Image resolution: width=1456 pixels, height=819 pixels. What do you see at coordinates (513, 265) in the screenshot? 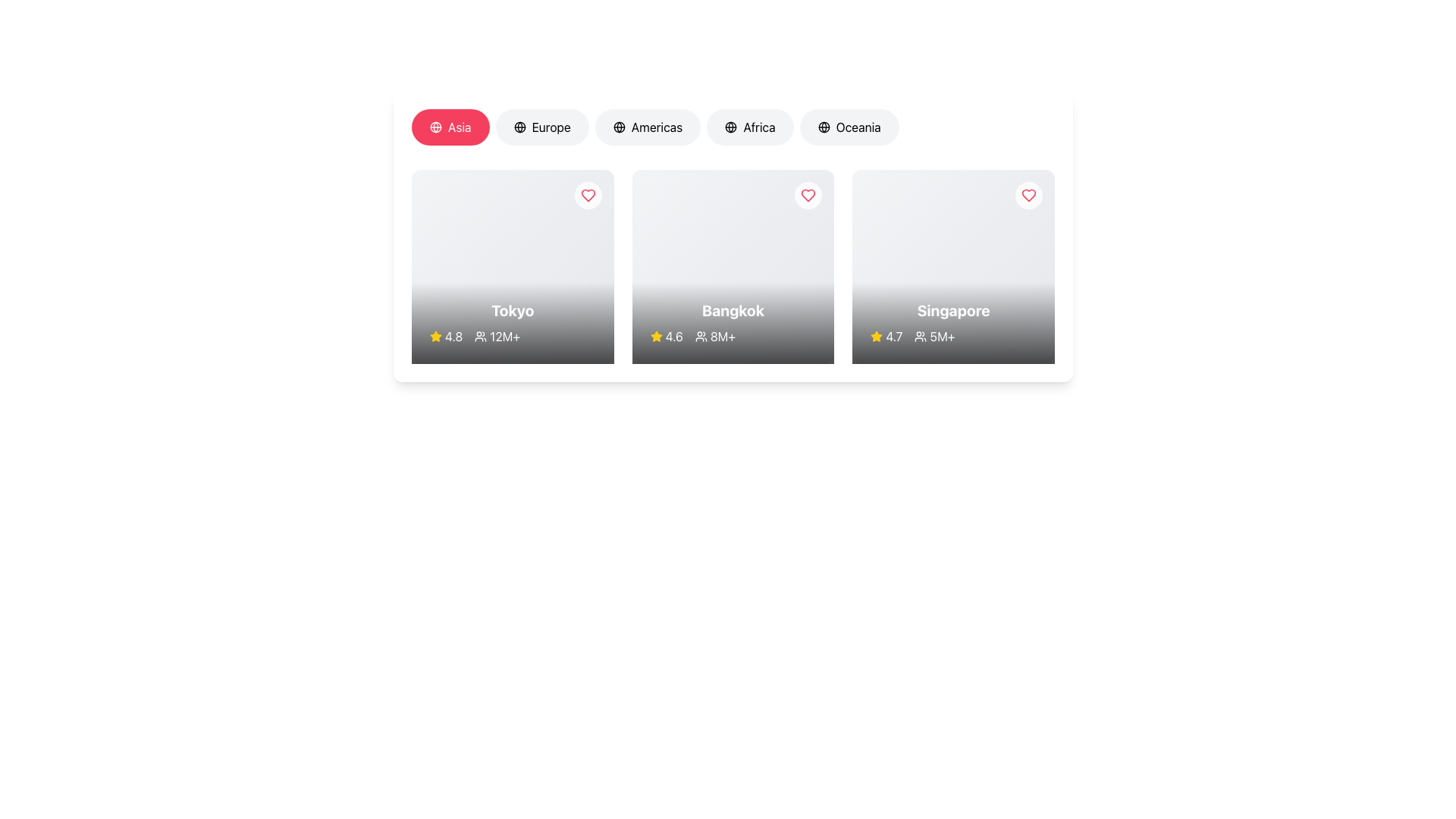
I see `the informative card displaying summarized information about Tokyo, which includes its name, rating, and population, located in the top-left section of the grid layout` at bounding box center [513, 265].